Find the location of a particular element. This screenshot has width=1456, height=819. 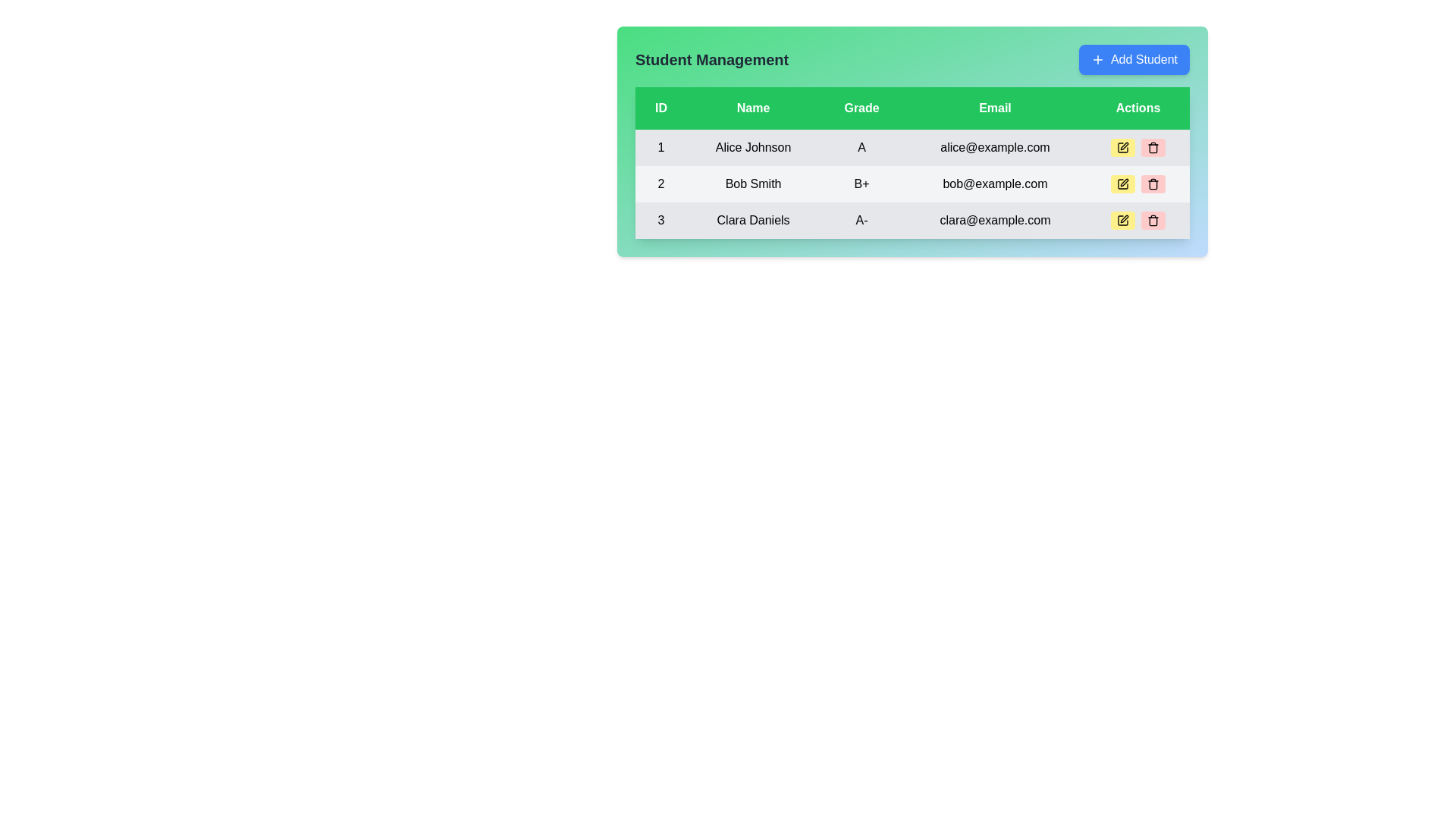

the text display element in the second row of the table that shows the email address 'Bob Smith' located in the fourth column is located at coordinates (995, 184).